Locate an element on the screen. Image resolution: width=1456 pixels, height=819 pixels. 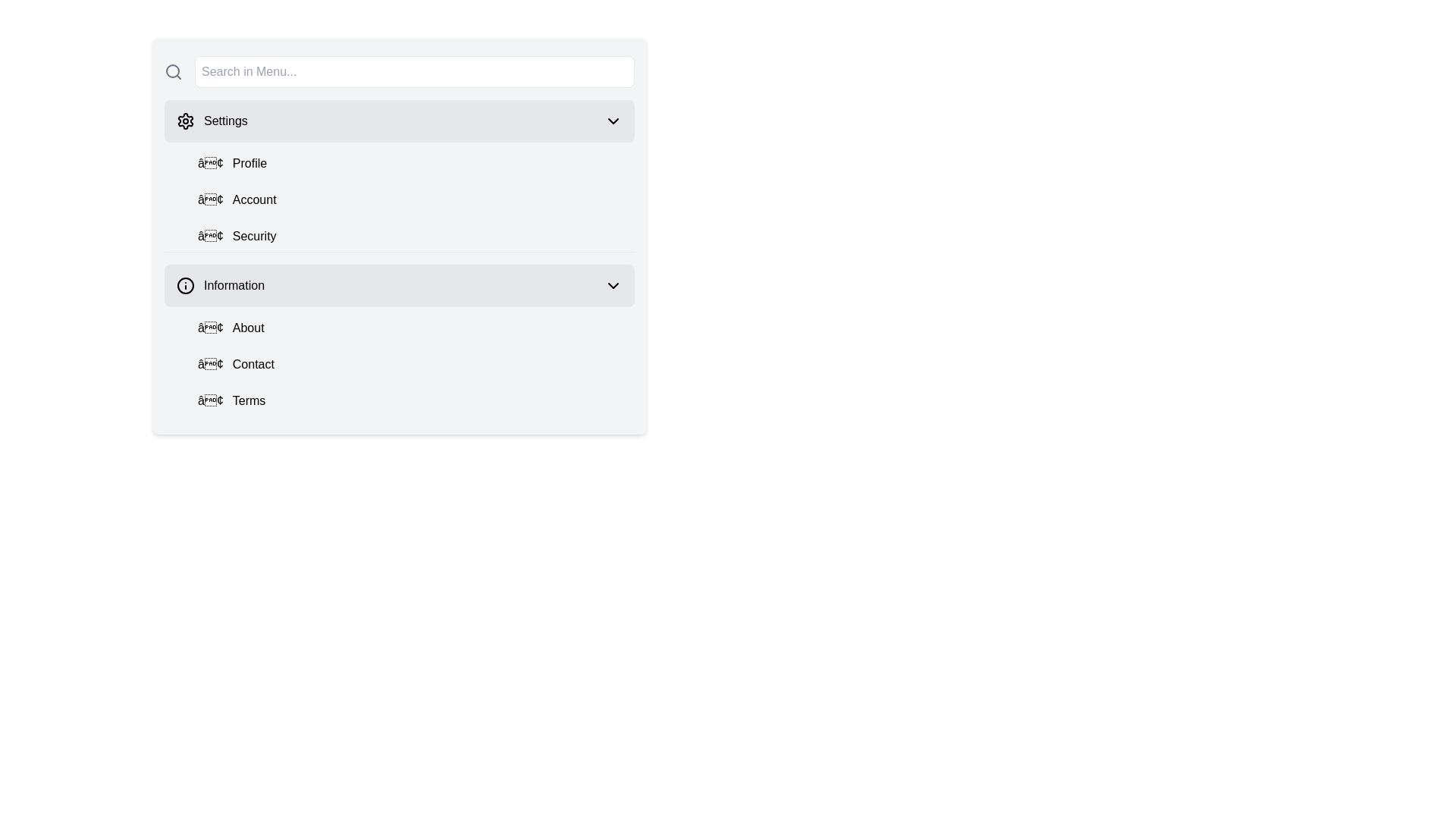
the visual marker for the menu item 'Security' which serves as a stylistic indicator, positioned slightly left of the 'Security' label is located at coordinates (209, 237).